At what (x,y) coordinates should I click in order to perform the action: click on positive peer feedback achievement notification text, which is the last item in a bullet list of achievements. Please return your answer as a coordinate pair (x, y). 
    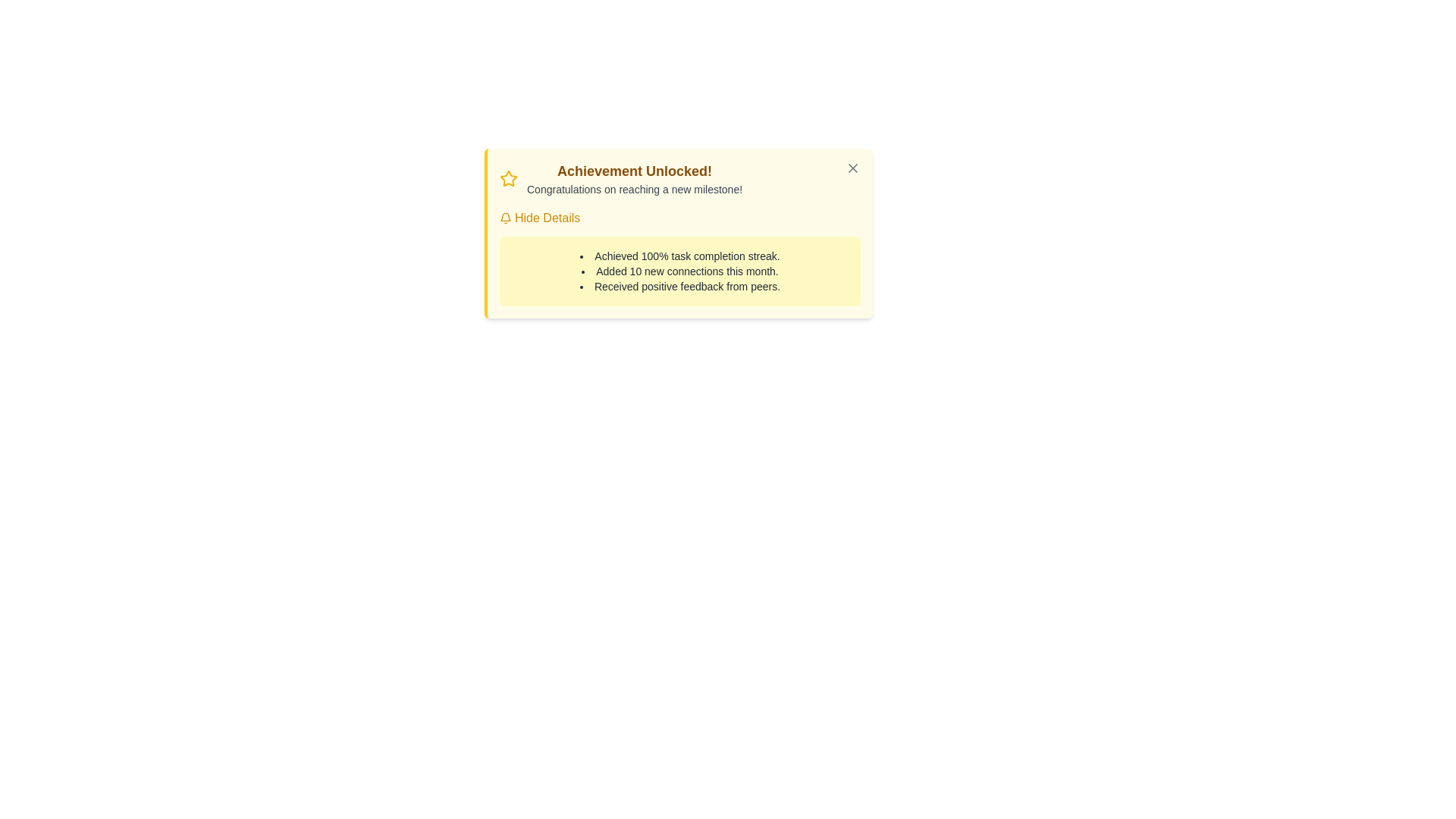
    Looking at the image, I should click on (679, 287).